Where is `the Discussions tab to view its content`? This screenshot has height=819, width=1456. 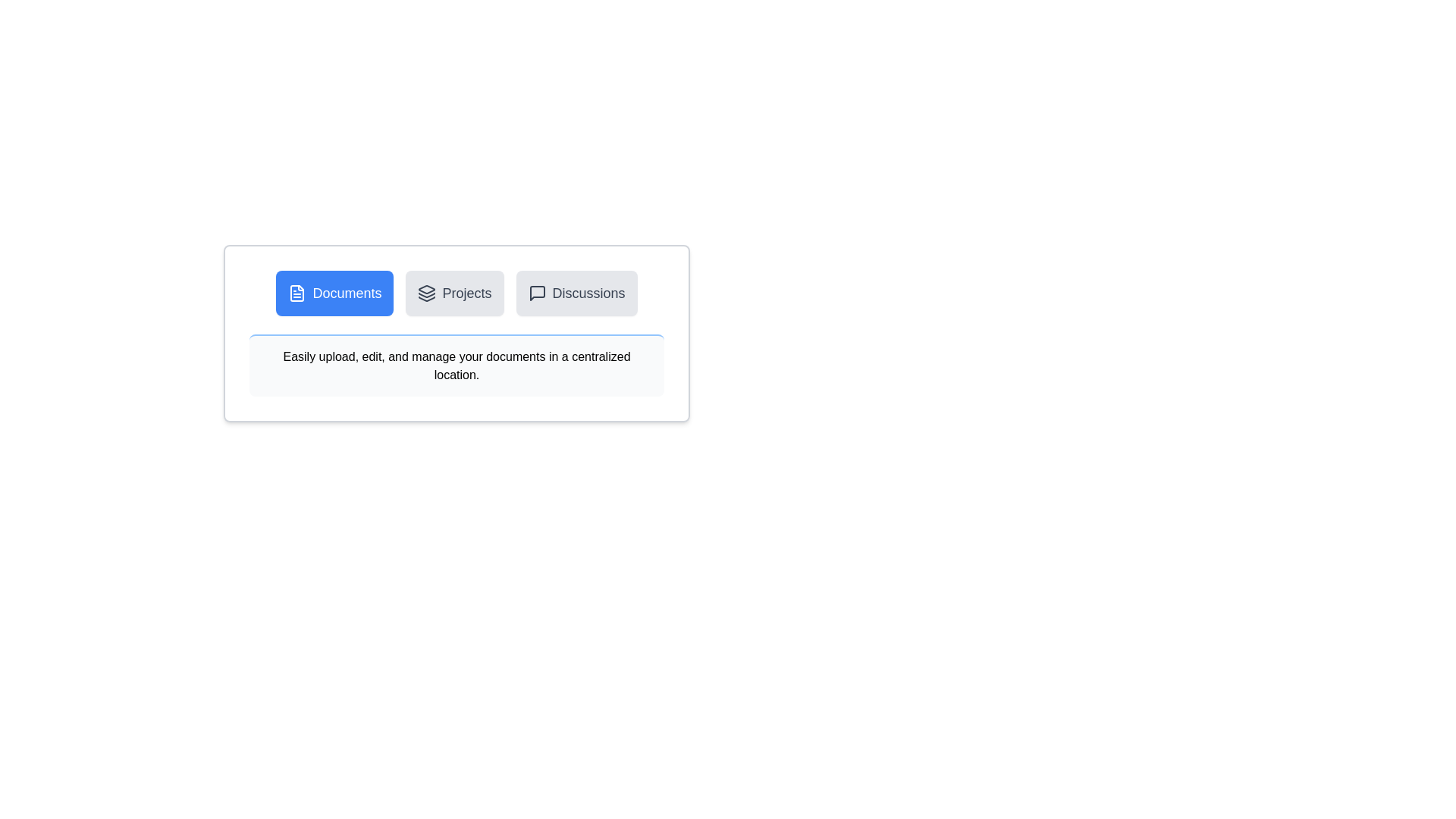
the Discussions tab to view its content is located at coordinates (576, 293).